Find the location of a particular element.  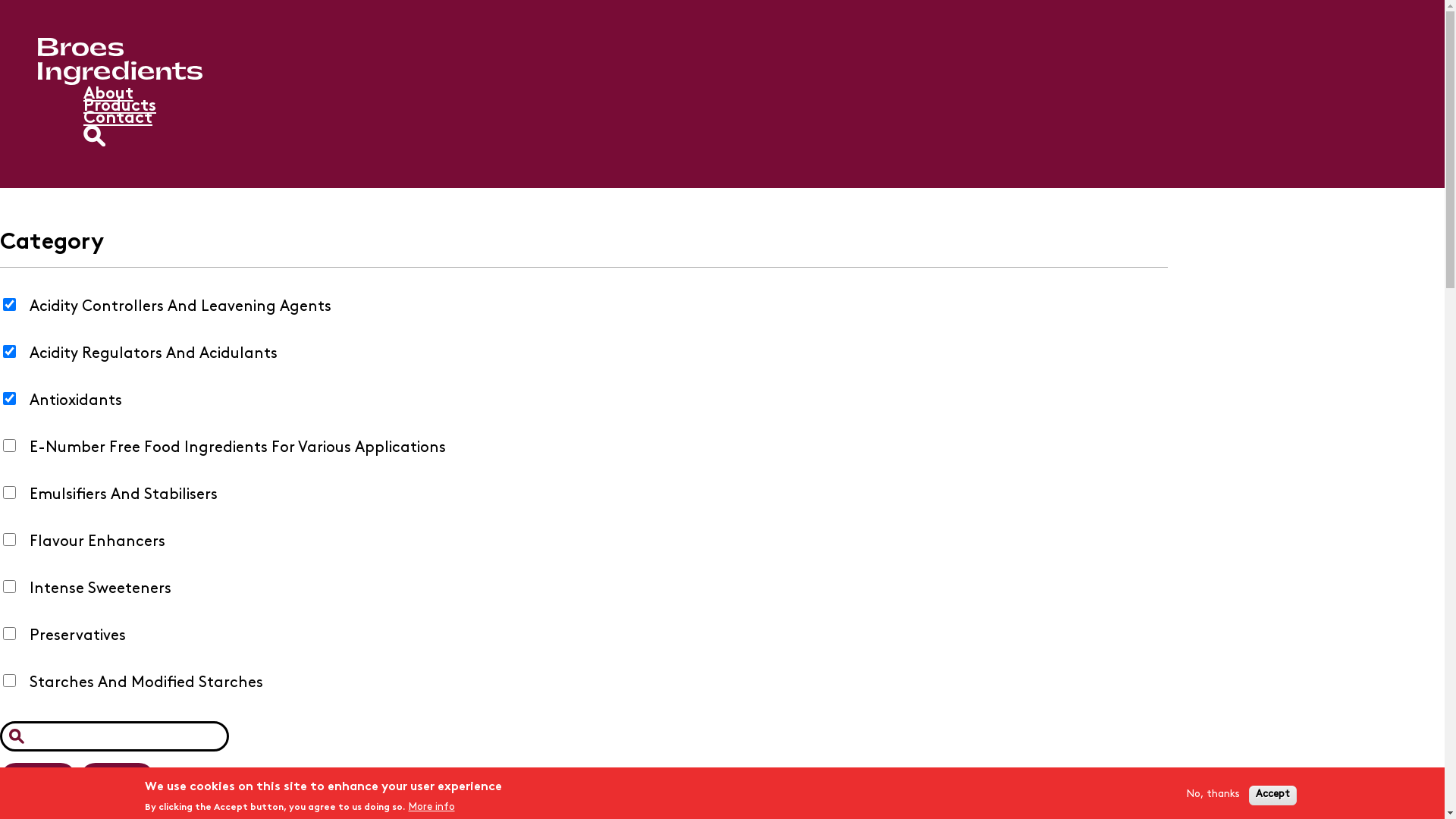

'More info' is located at coordinates (430, 806).